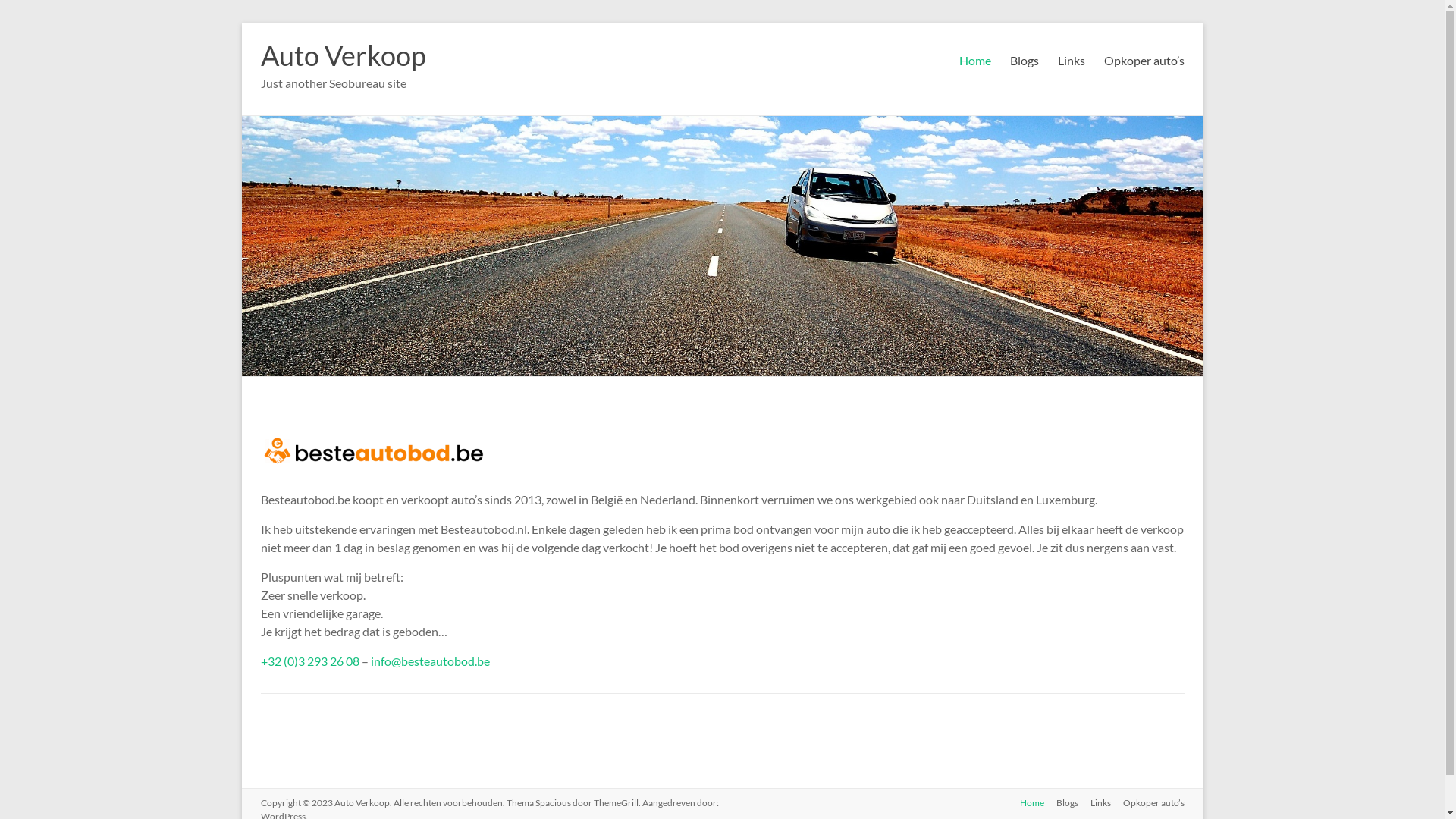 The image size is (1456, 819). What do you see at coordinates (370, 660) in the screenshot?
I see `'info@besteautobod.be'` at bounding box center [370, 660].